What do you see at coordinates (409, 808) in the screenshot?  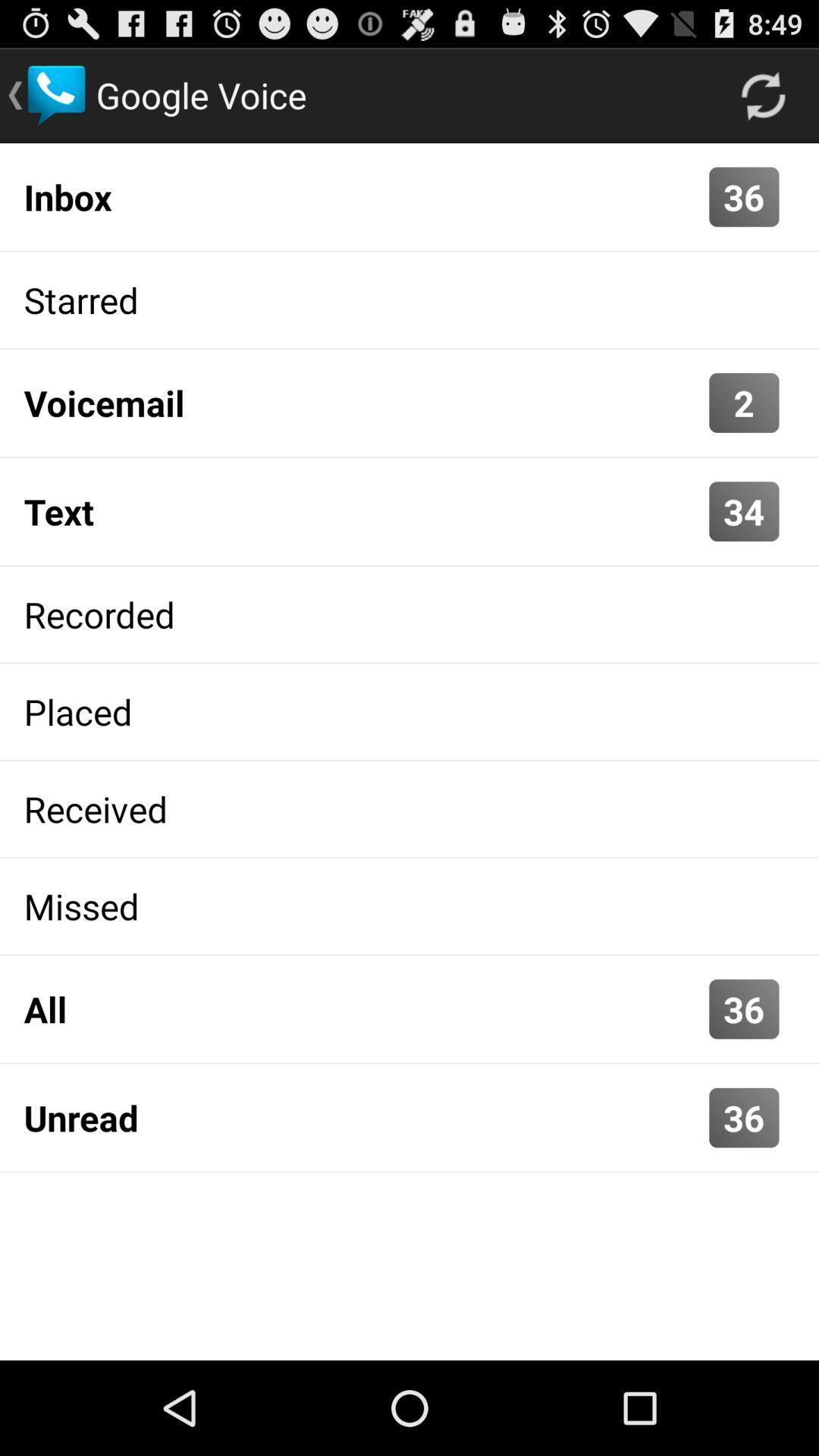 I see `the item above the missed icon` at bounding box center [409, 808].